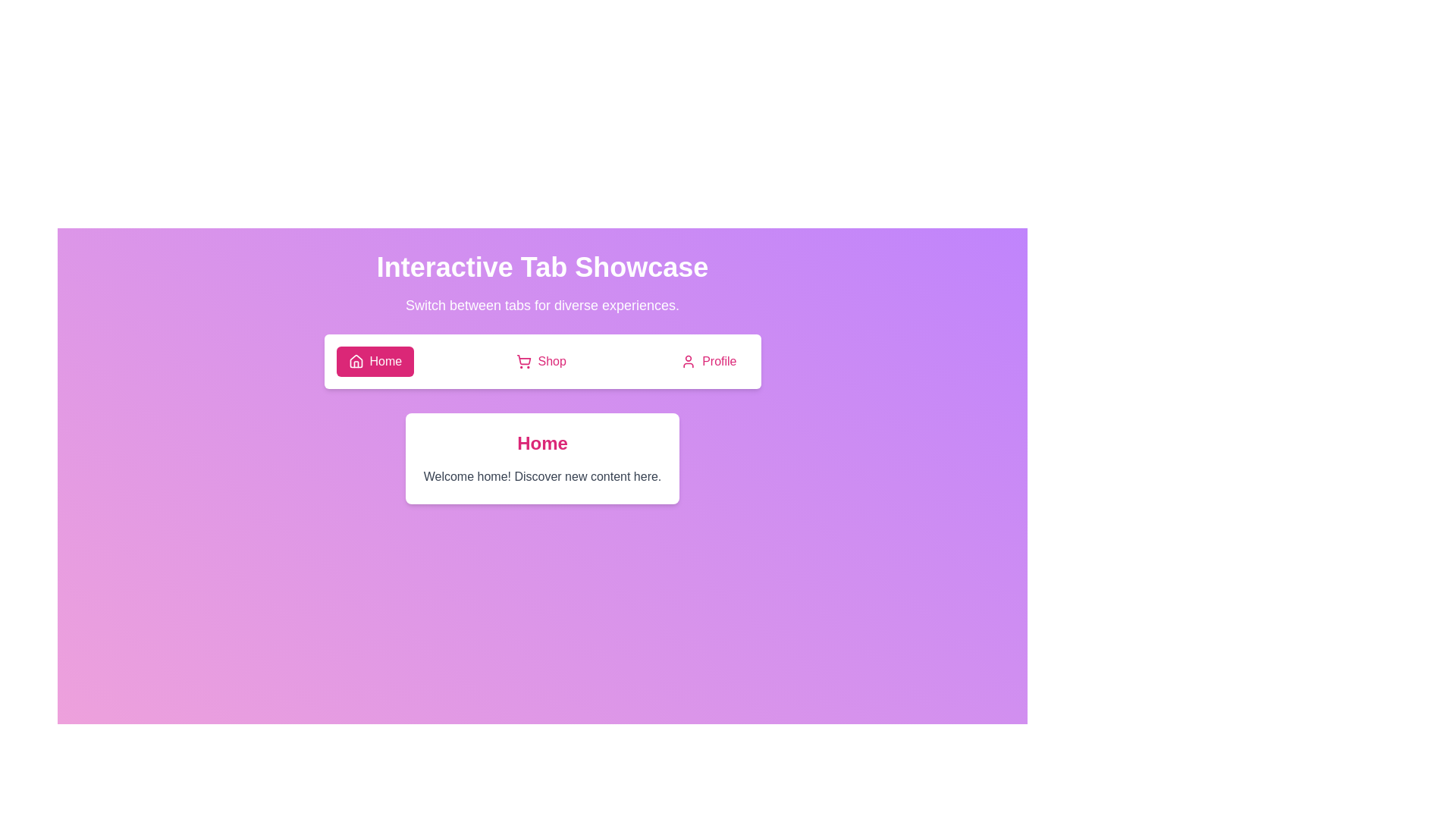 The width and height of the screenshot is (1456, 819). What do you see at coordinates (375, 362) in the screenshot?
I see `the Home tab to display its description` at bounding box center [375, 362].